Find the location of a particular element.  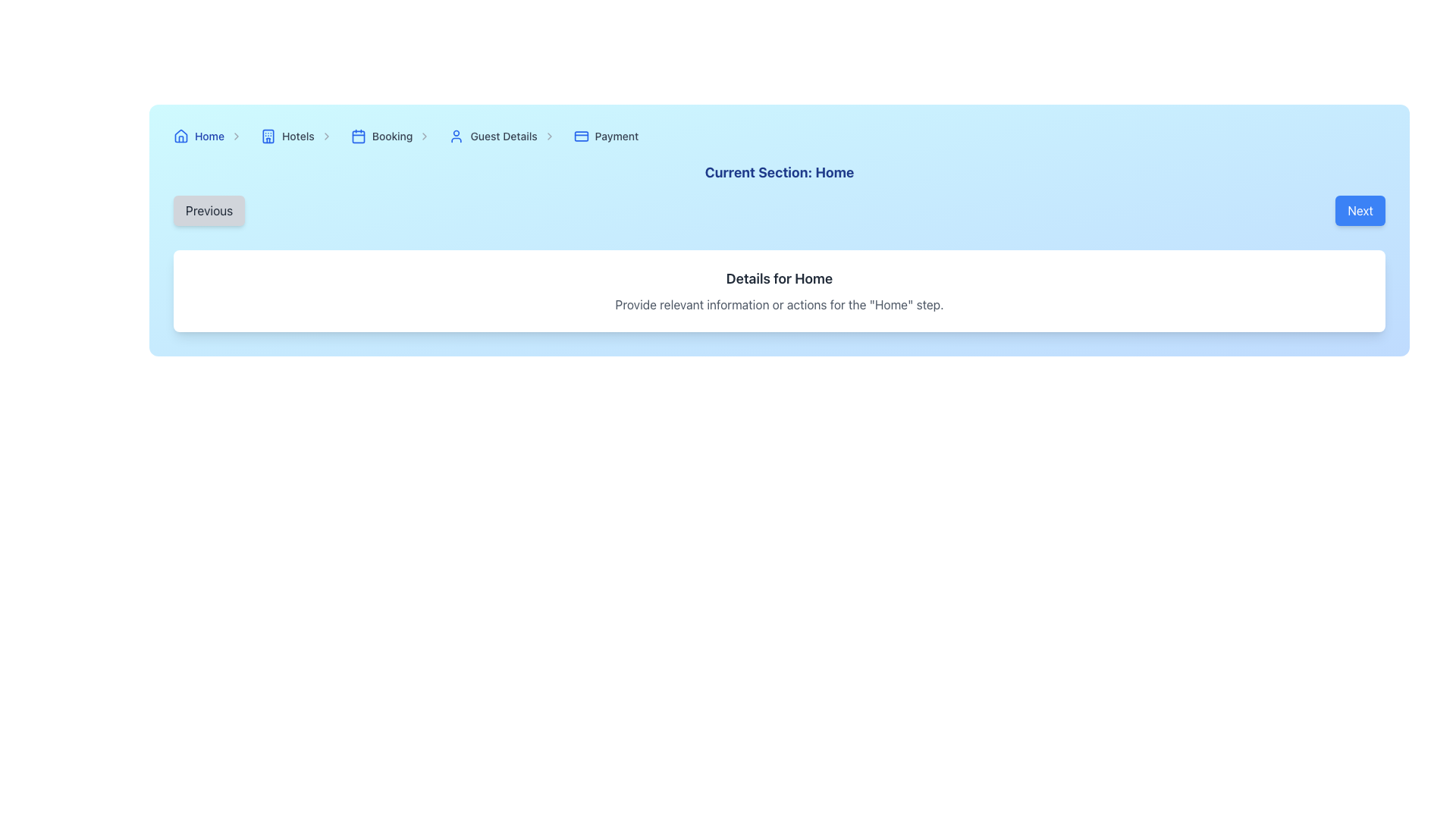

the house icon with a blue outline located next to the text 'Home' in the breadcrumb navigation bar is located at coordinates (181, 136).